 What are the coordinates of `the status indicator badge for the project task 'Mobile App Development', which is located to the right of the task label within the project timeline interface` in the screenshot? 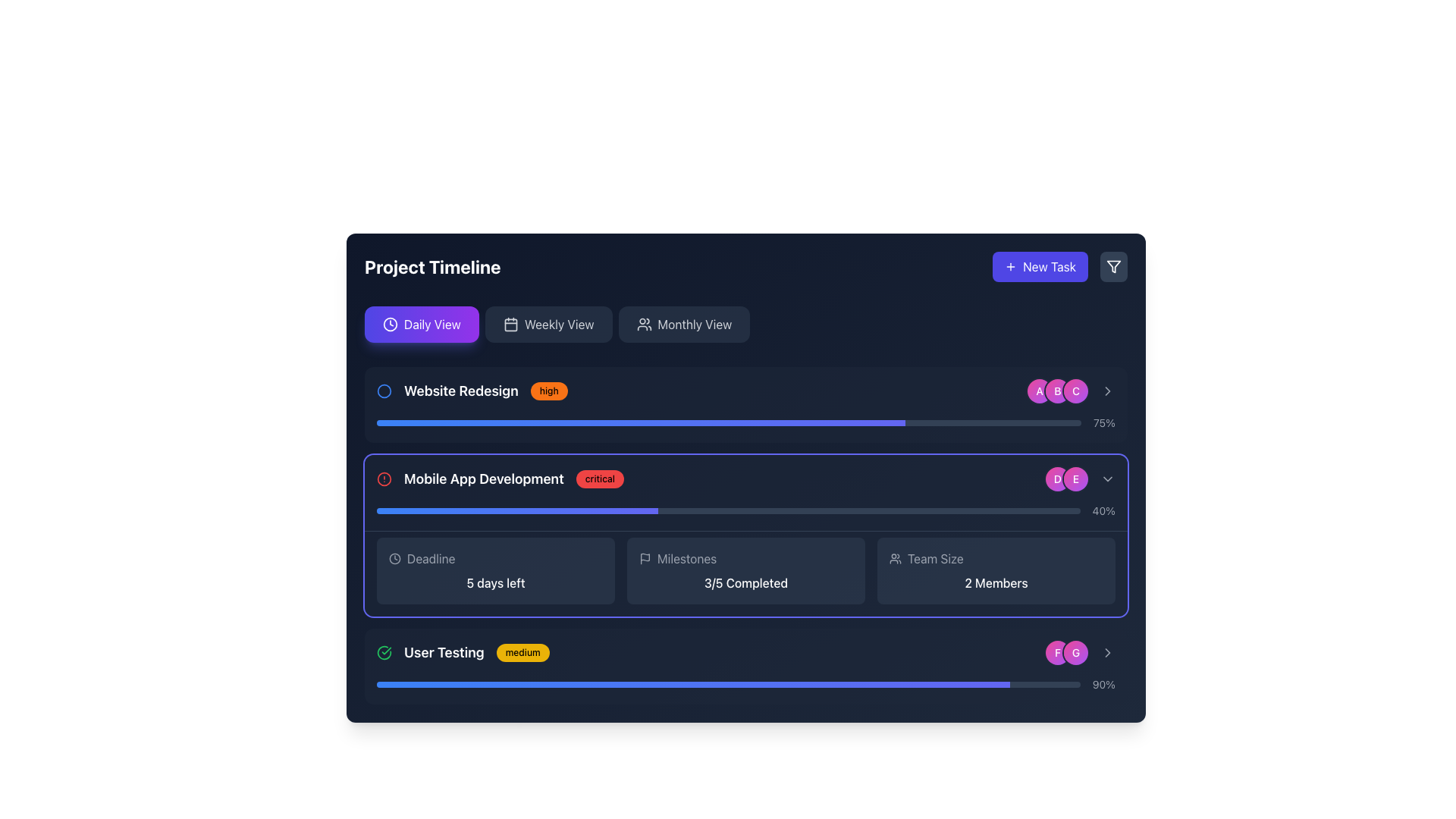 It's located at (599, 479).